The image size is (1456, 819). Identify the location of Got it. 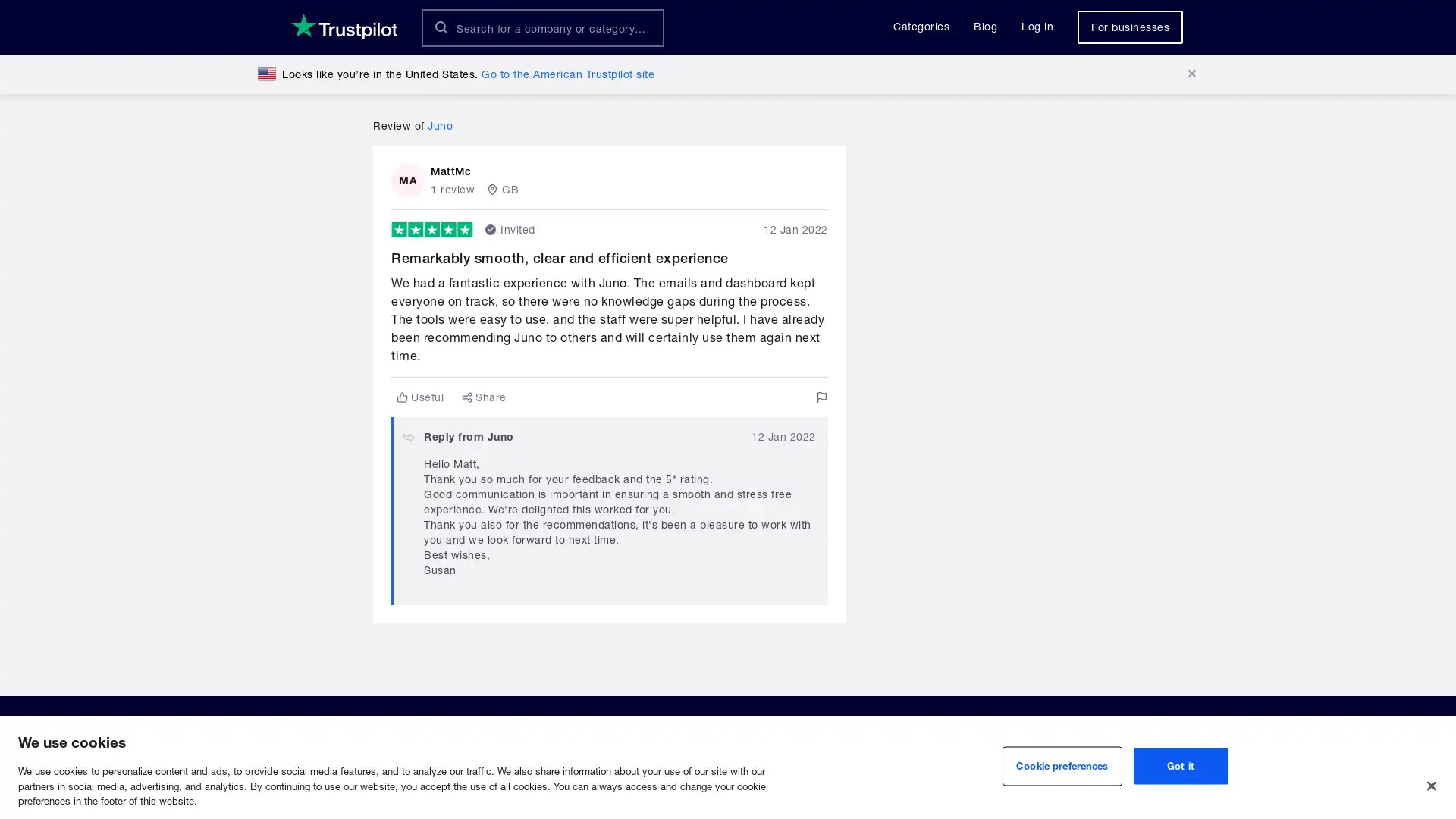
(1179, 766).